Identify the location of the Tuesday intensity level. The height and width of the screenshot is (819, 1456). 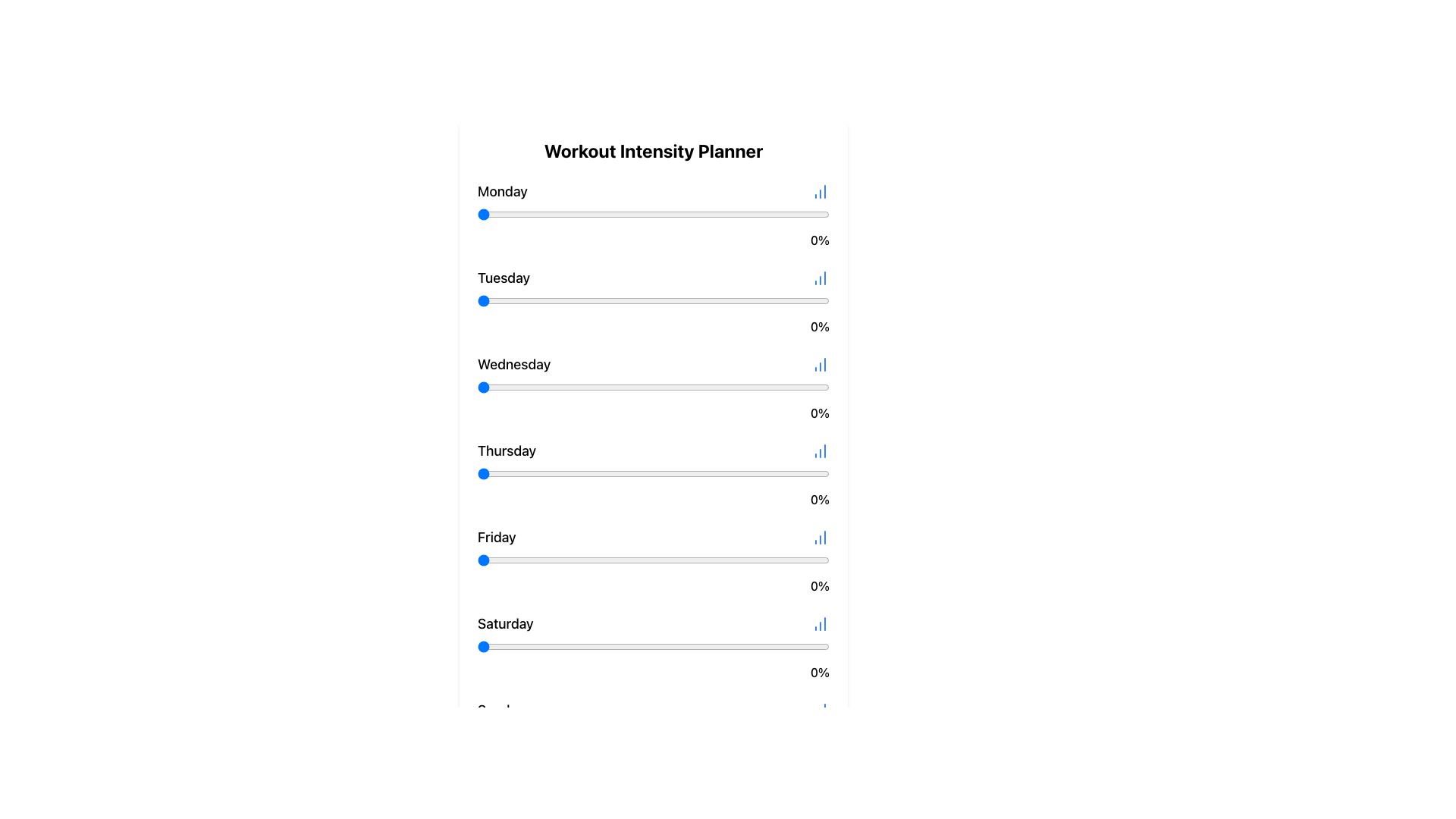
(814, 301).